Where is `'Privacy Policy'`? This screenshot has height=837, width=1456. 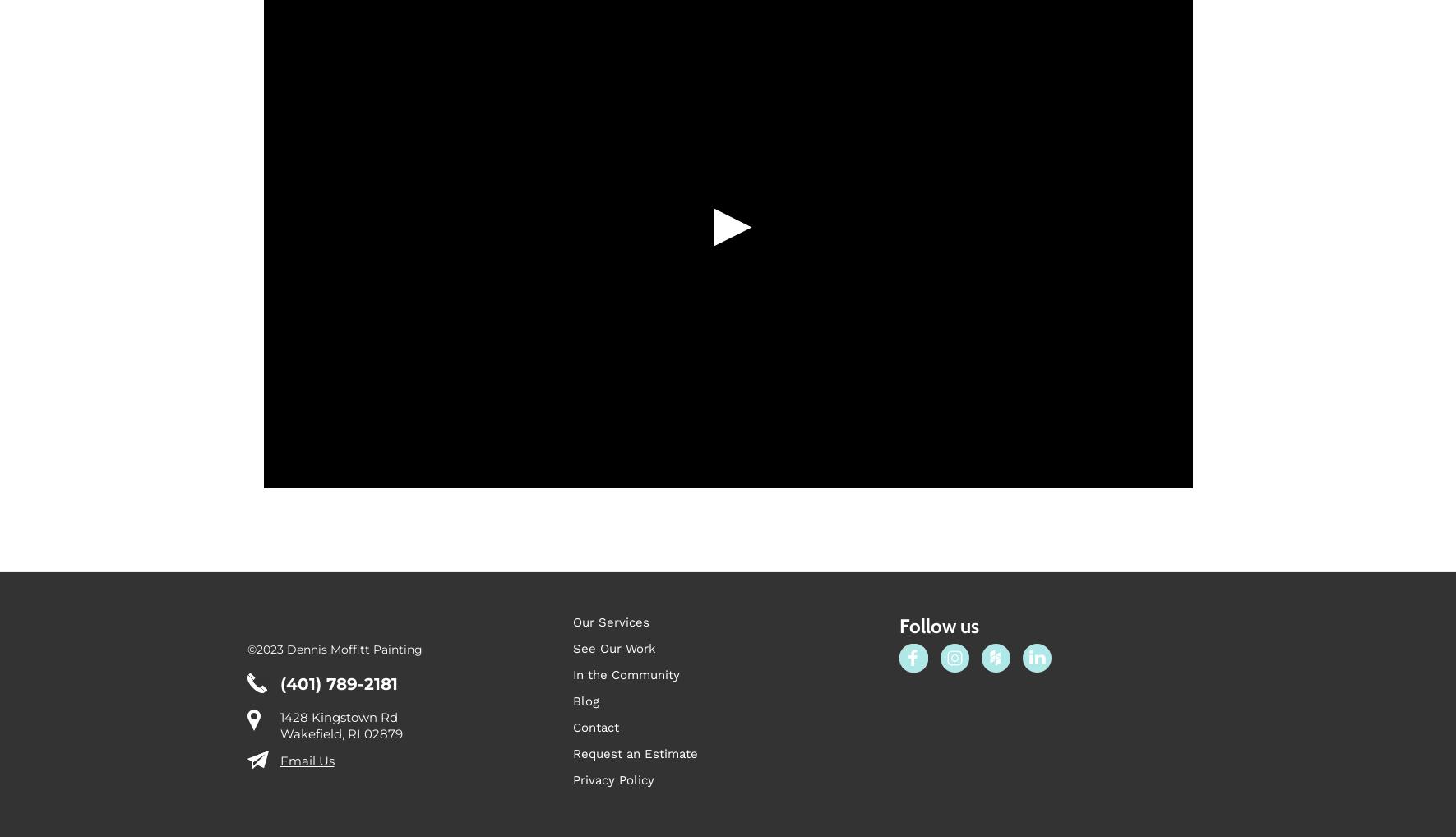 'Privacy Policy' is located at coordinates (613, 779).